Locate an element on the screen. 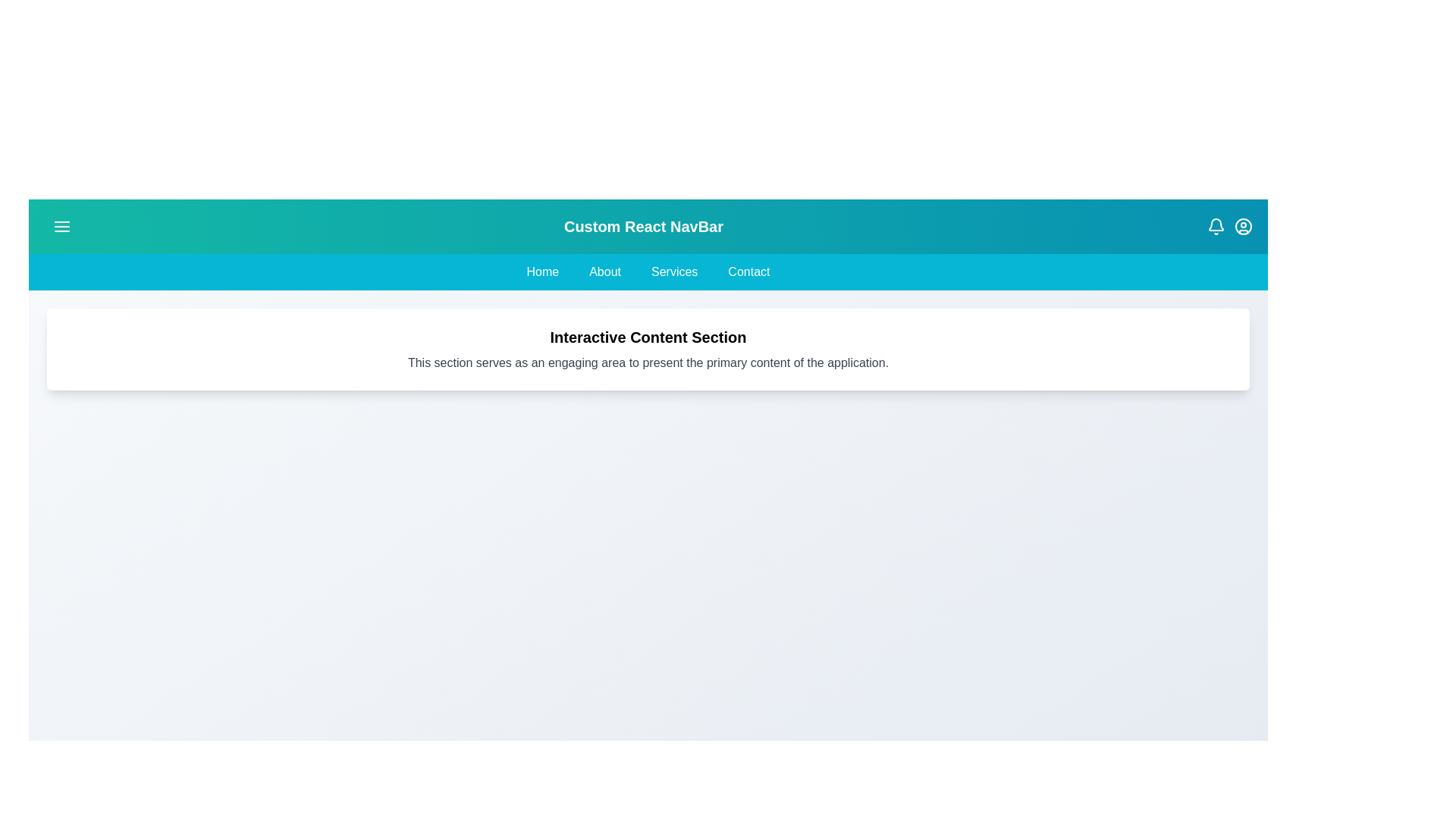  the 'Home' menu item to navigate to the 'Home' section is located at coordinates (542, 271).